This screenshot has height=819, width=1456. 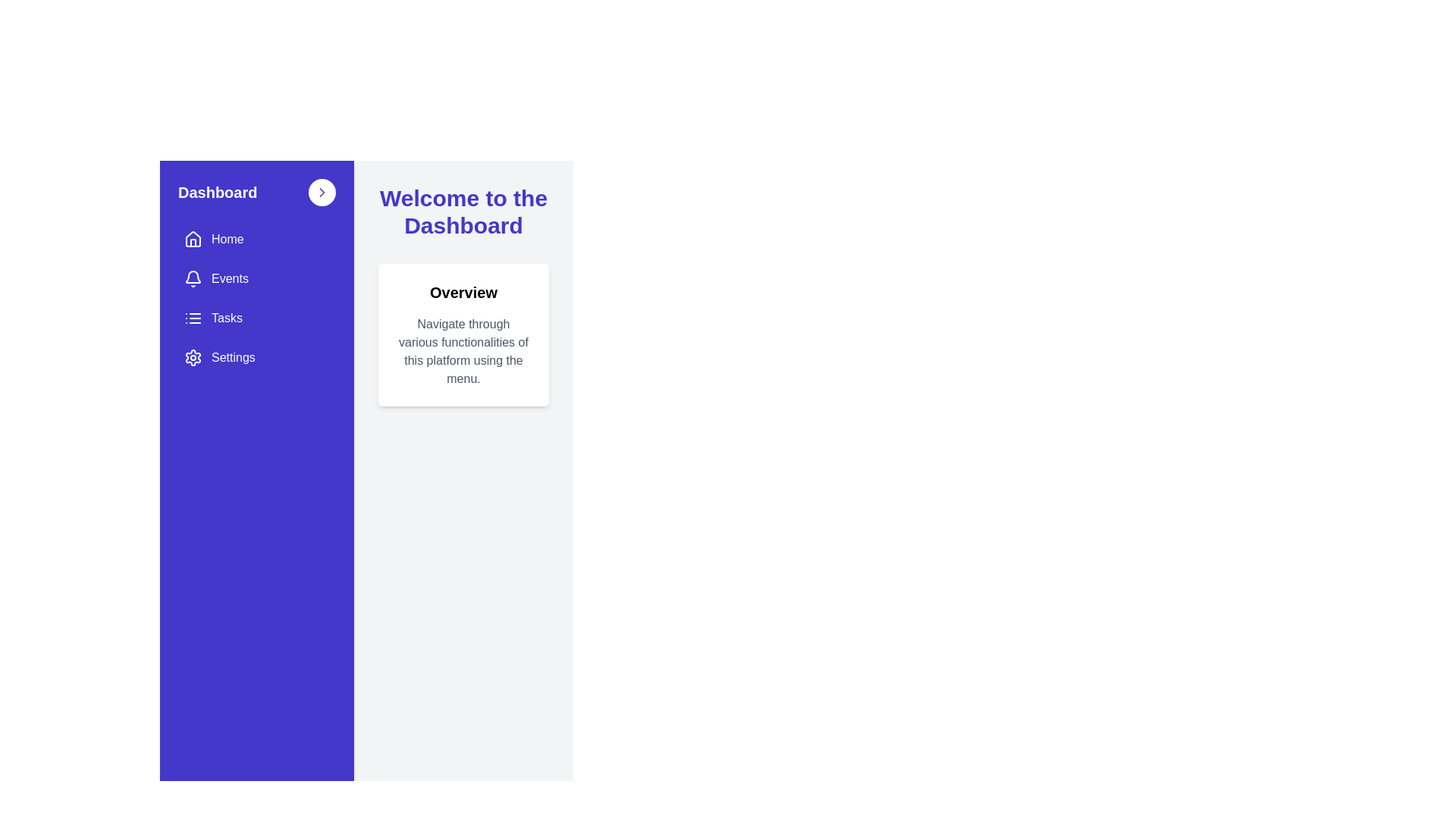 What do you see at coordinates (192, 357) in the screenshot?
I see `the settings icon located at the bottom of the vertical navigation bar on the left side of the interface` at bounding box center [192, 357].